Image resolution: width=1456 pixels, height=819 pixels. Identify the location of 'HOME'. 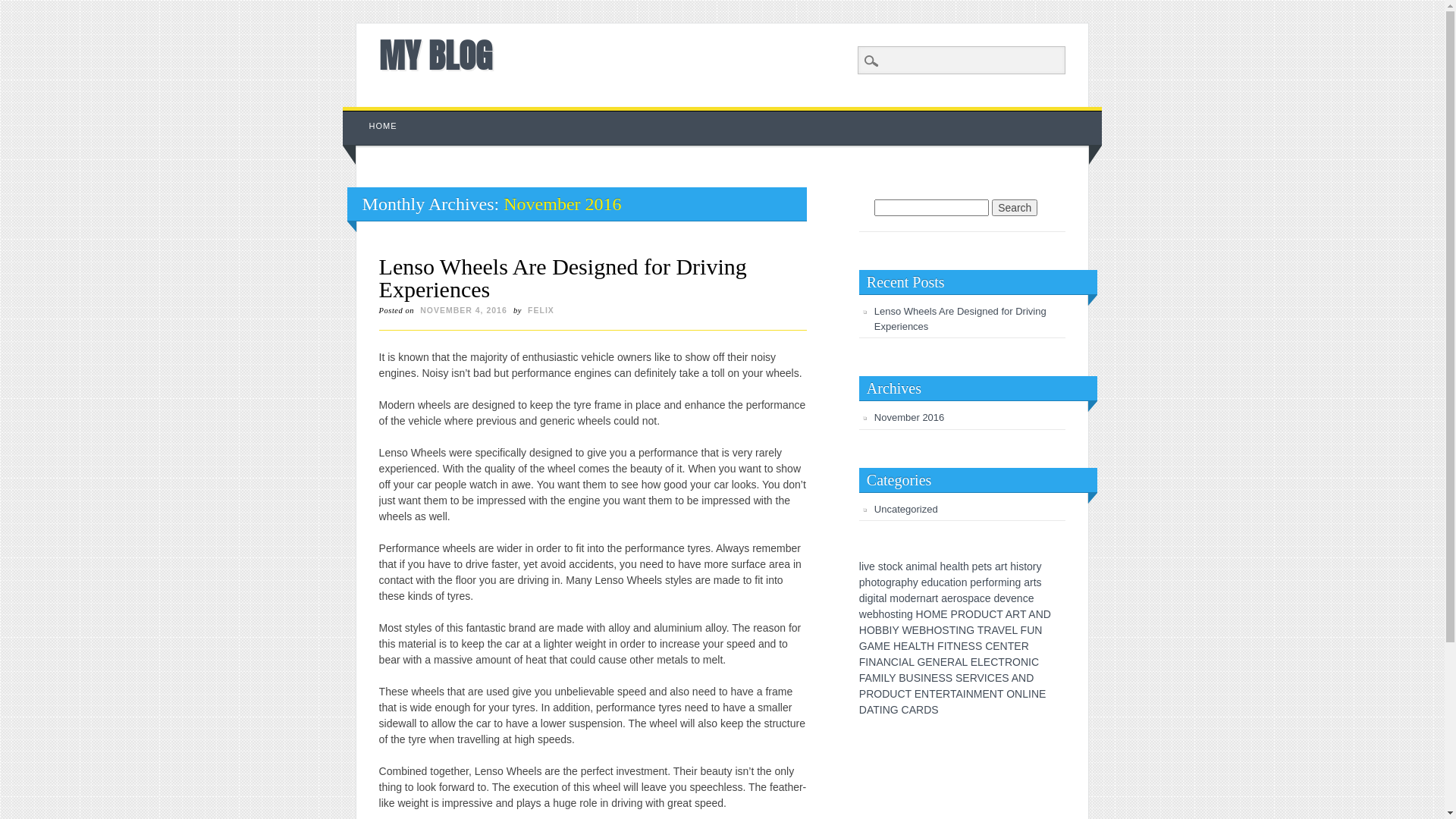
(383, 125).